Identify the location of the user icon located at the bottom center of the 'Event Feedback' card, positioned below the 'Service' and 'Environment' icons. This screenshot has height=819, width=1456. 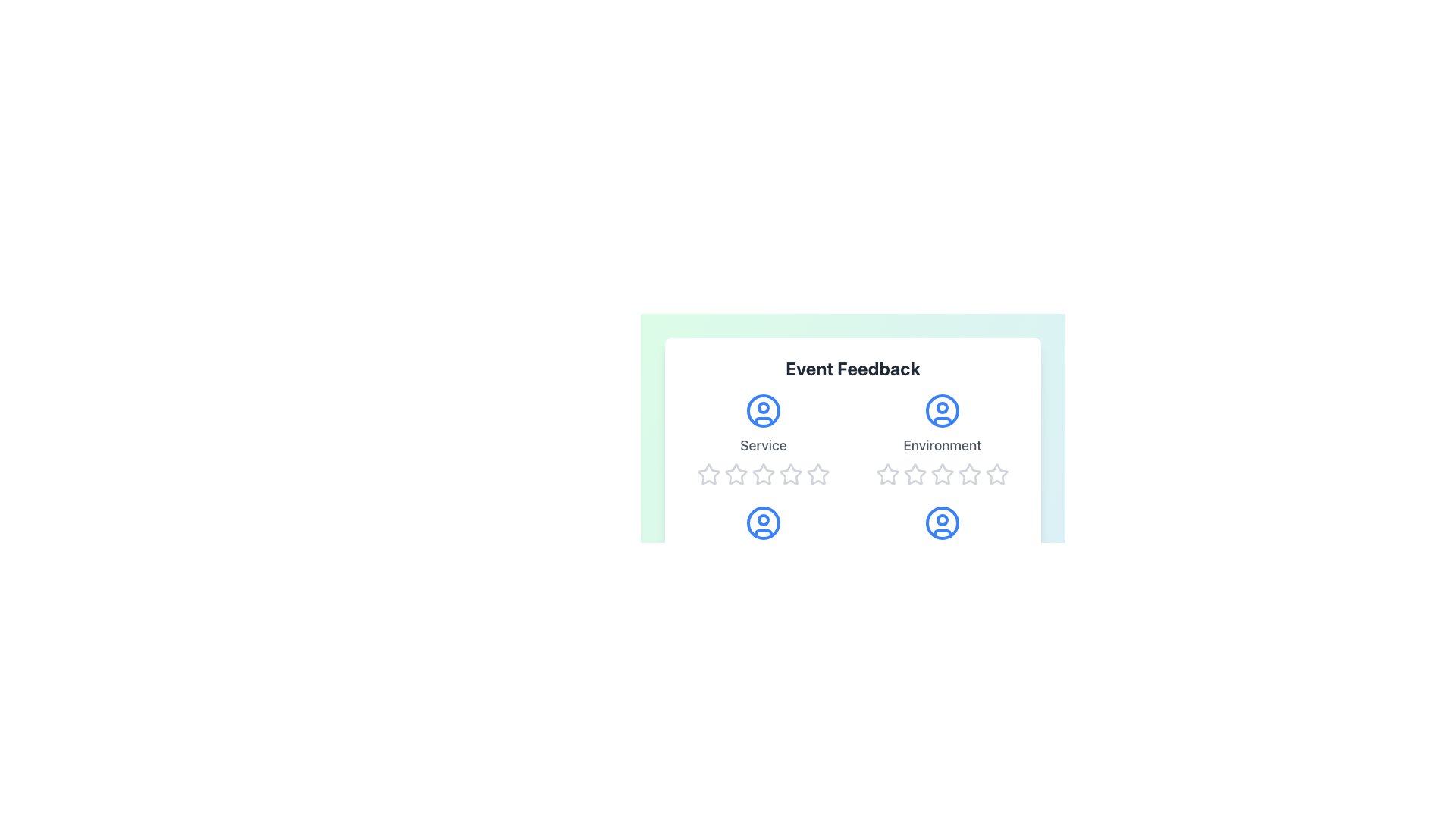
(764, 522).